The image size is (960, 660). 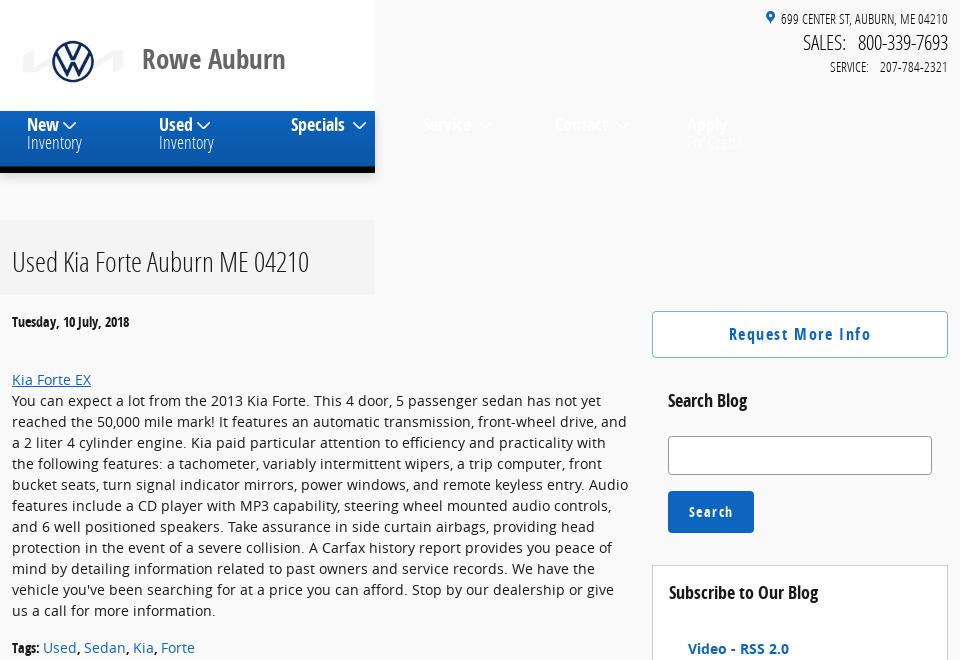 What do you see at coordinates (187, 145) in the screenshot?
I see `'Happy New Year To All!'` at bounding box center [187, 145].